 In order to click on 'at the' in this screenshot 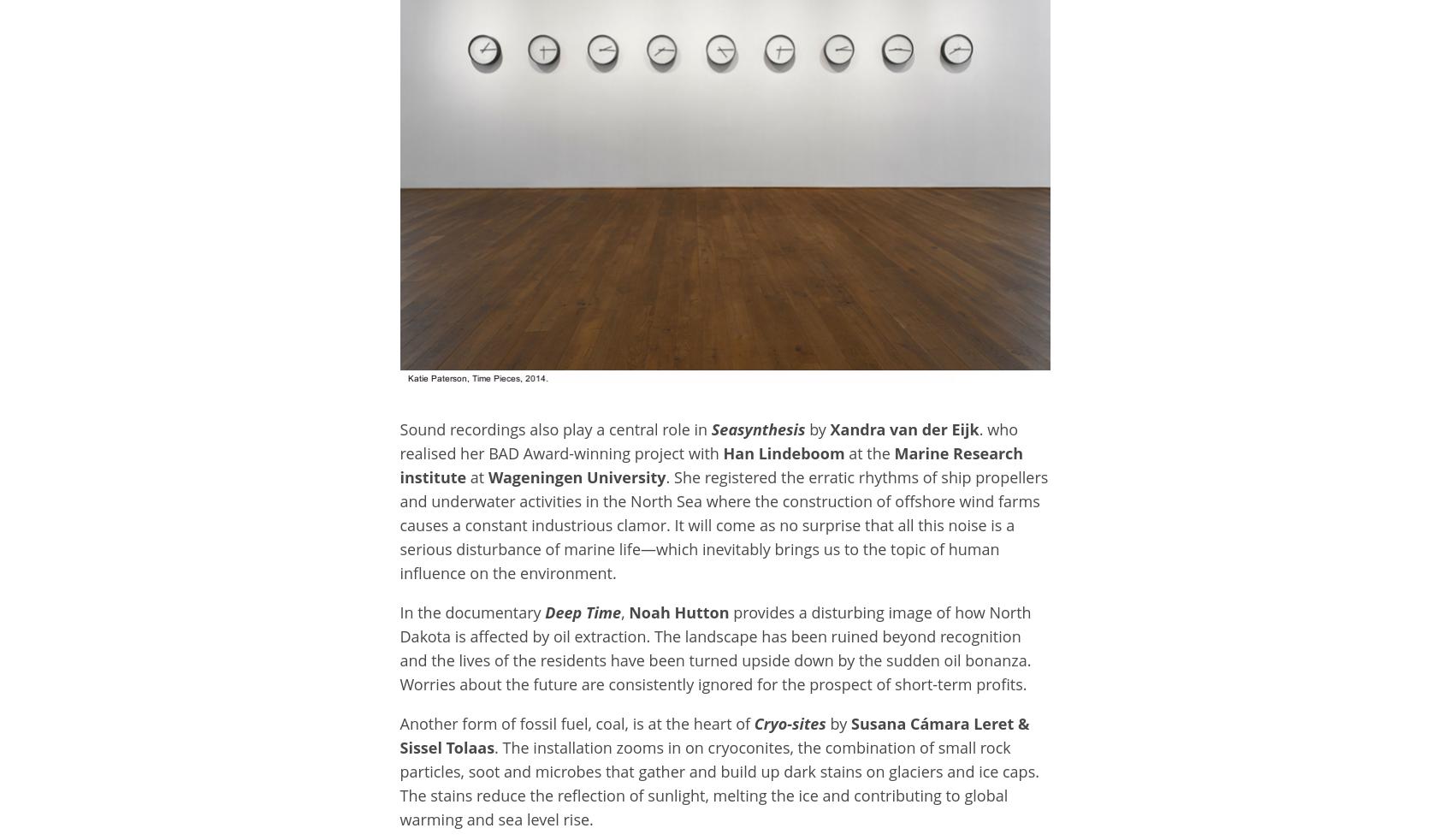, I will do `click(848, 452)`.